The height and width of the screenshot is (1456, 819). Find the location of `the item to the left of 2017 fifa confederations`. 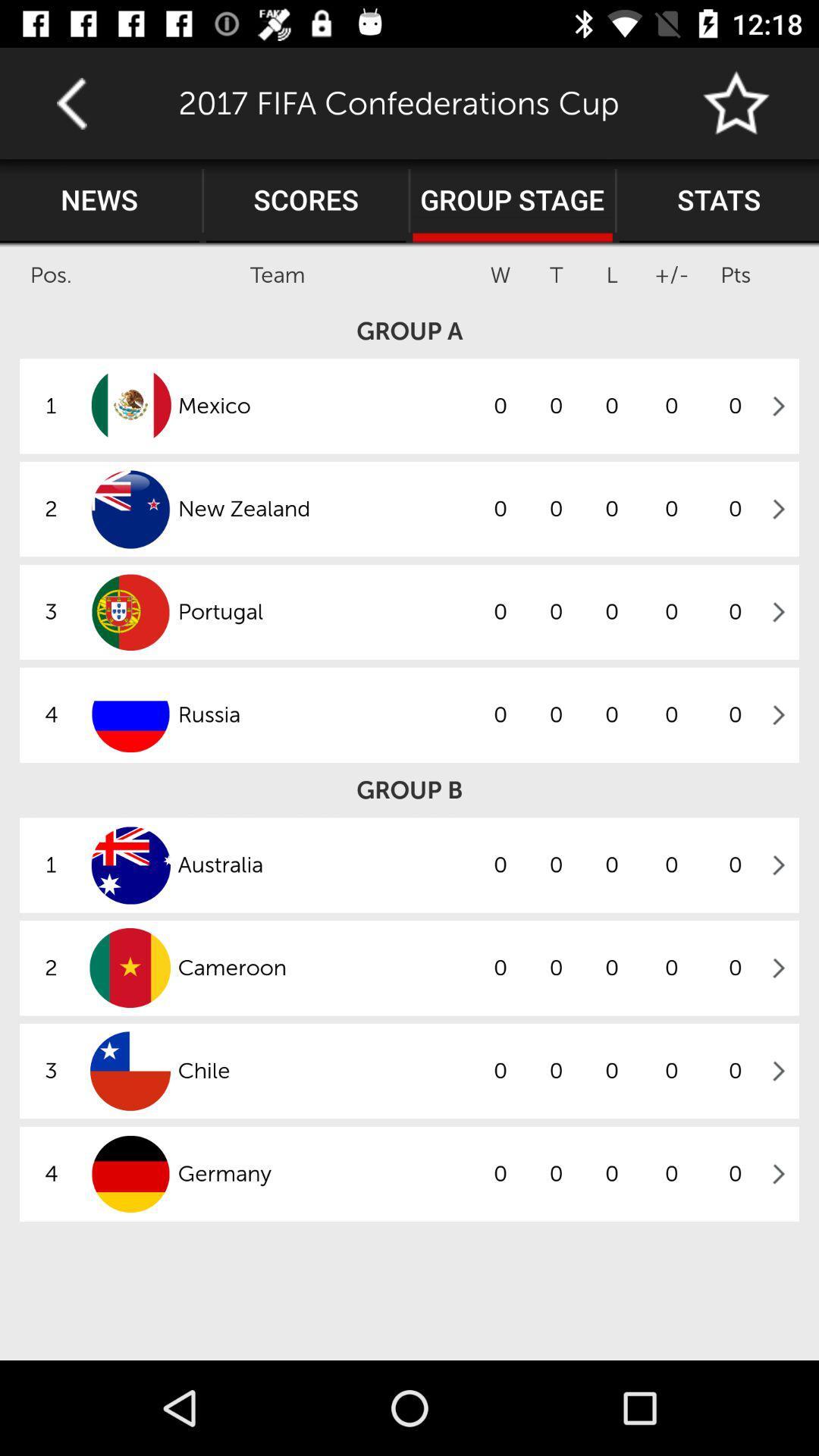

the item to the left of 2017 fifa confederations is located at coordinates (71, 102).